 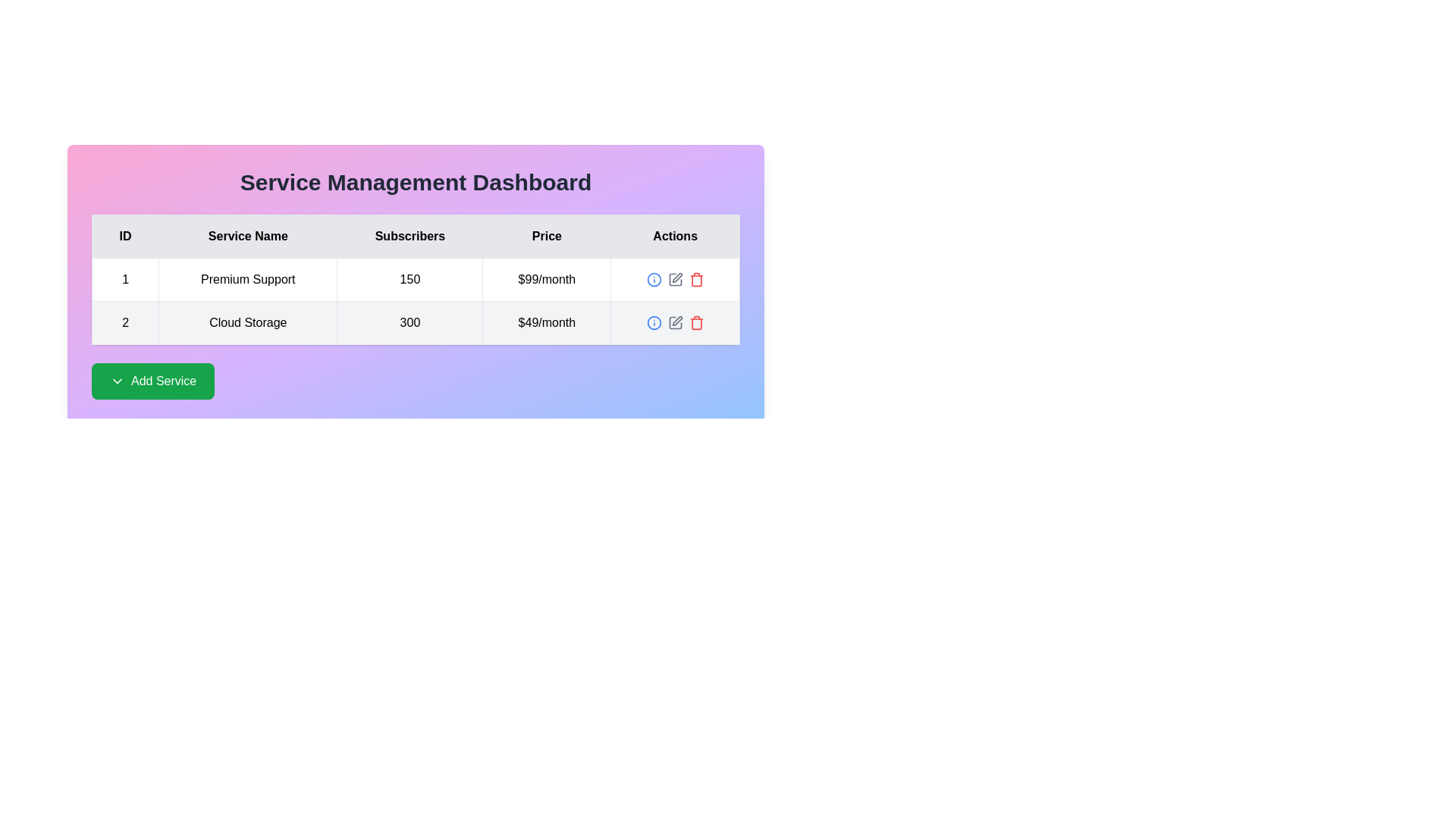 What do you see at coordinates (674, 280) in the screenshot?
I see `the button-like icon in the 'Actions' column of the first row` at bounding box center [674, 280].